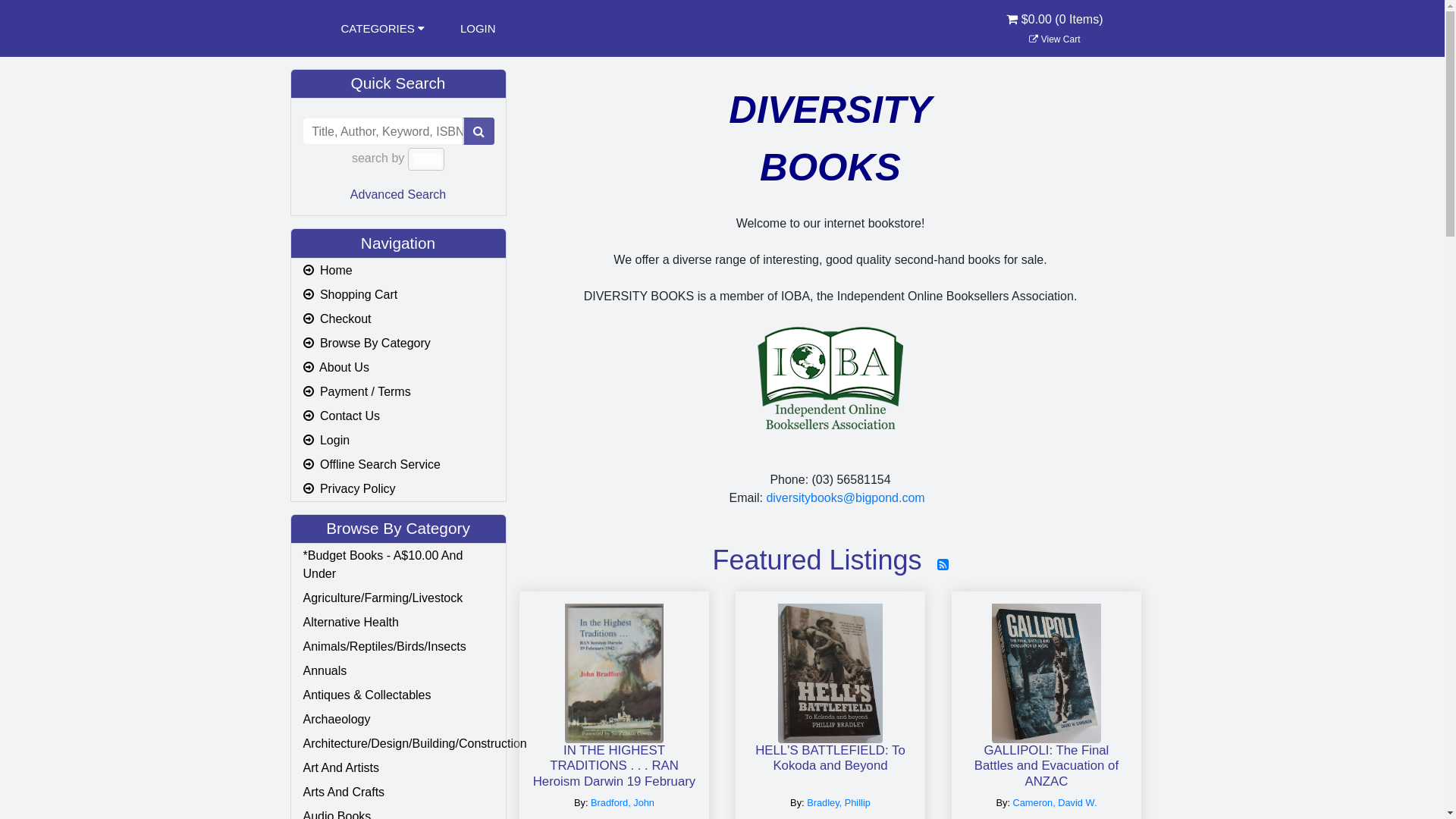 The image size is (1456, 819). I want to click on ' Offline Search Service', so click(398, 464).